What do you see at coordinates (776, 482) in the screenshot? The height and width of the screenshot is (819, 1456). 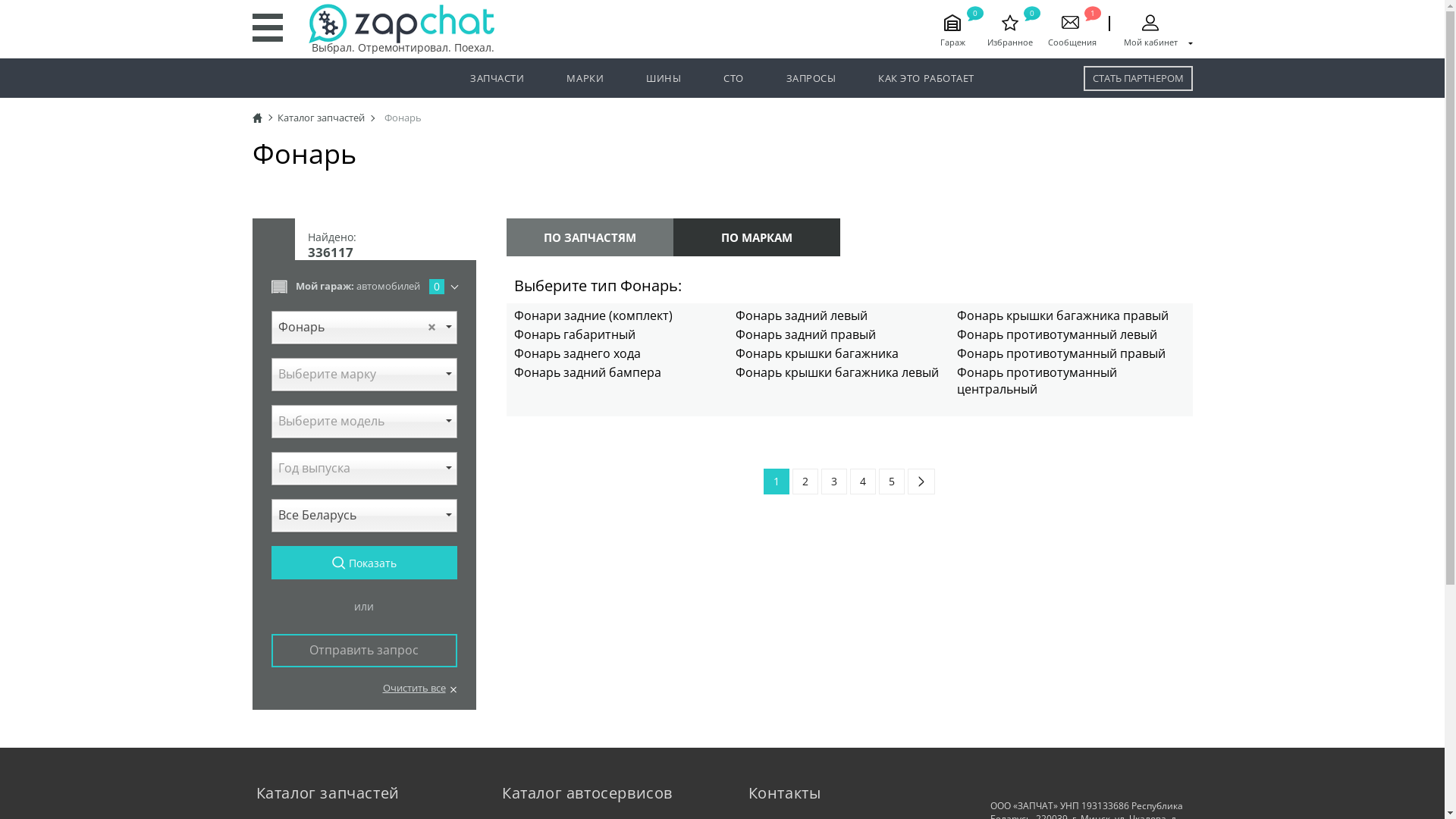 I see `'1'` at bounding box center [776, 482].